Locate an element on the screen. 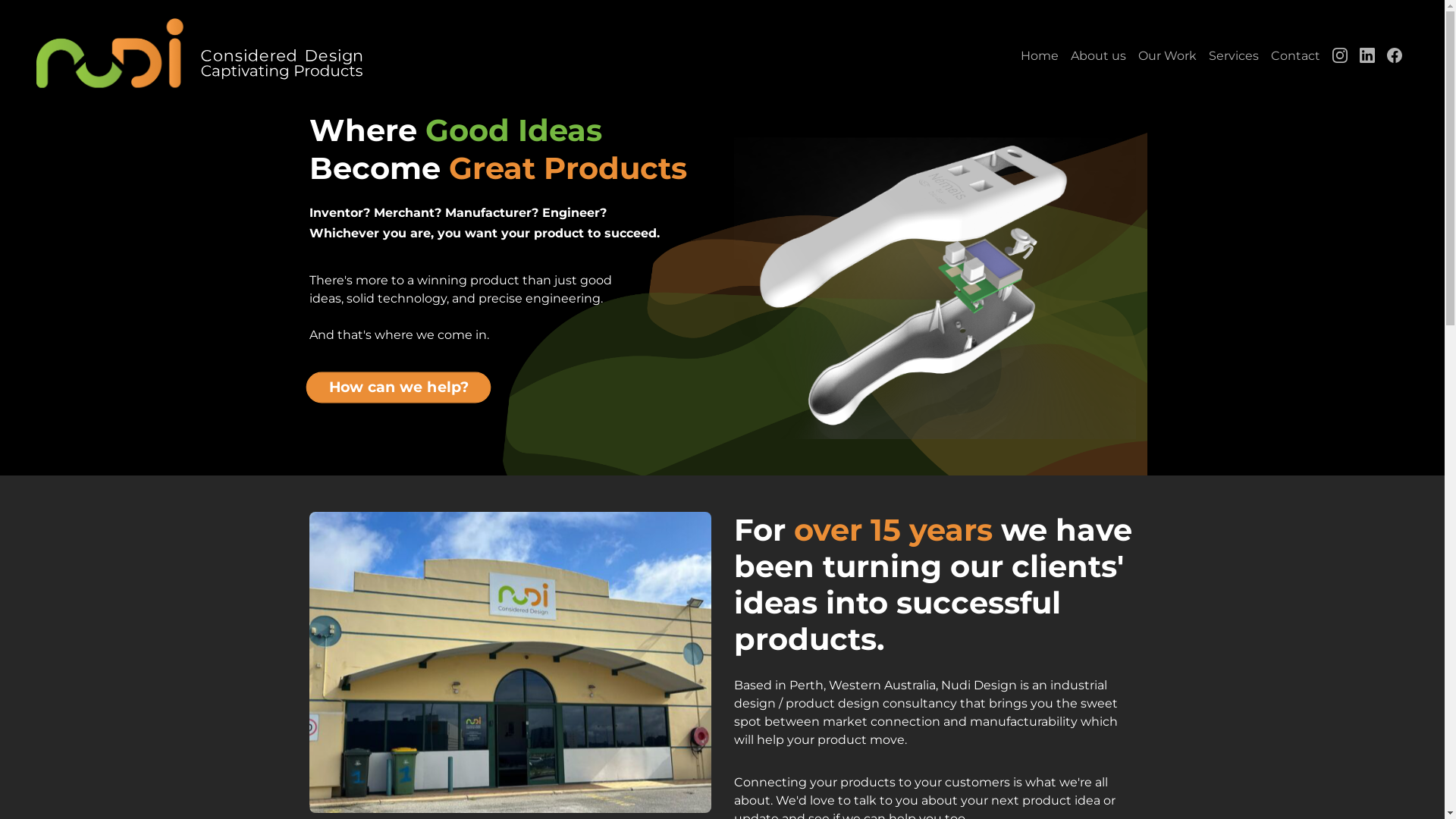 This screenshot has width=1456, height=819. 'About us' is located at coordinates (1098, 55).